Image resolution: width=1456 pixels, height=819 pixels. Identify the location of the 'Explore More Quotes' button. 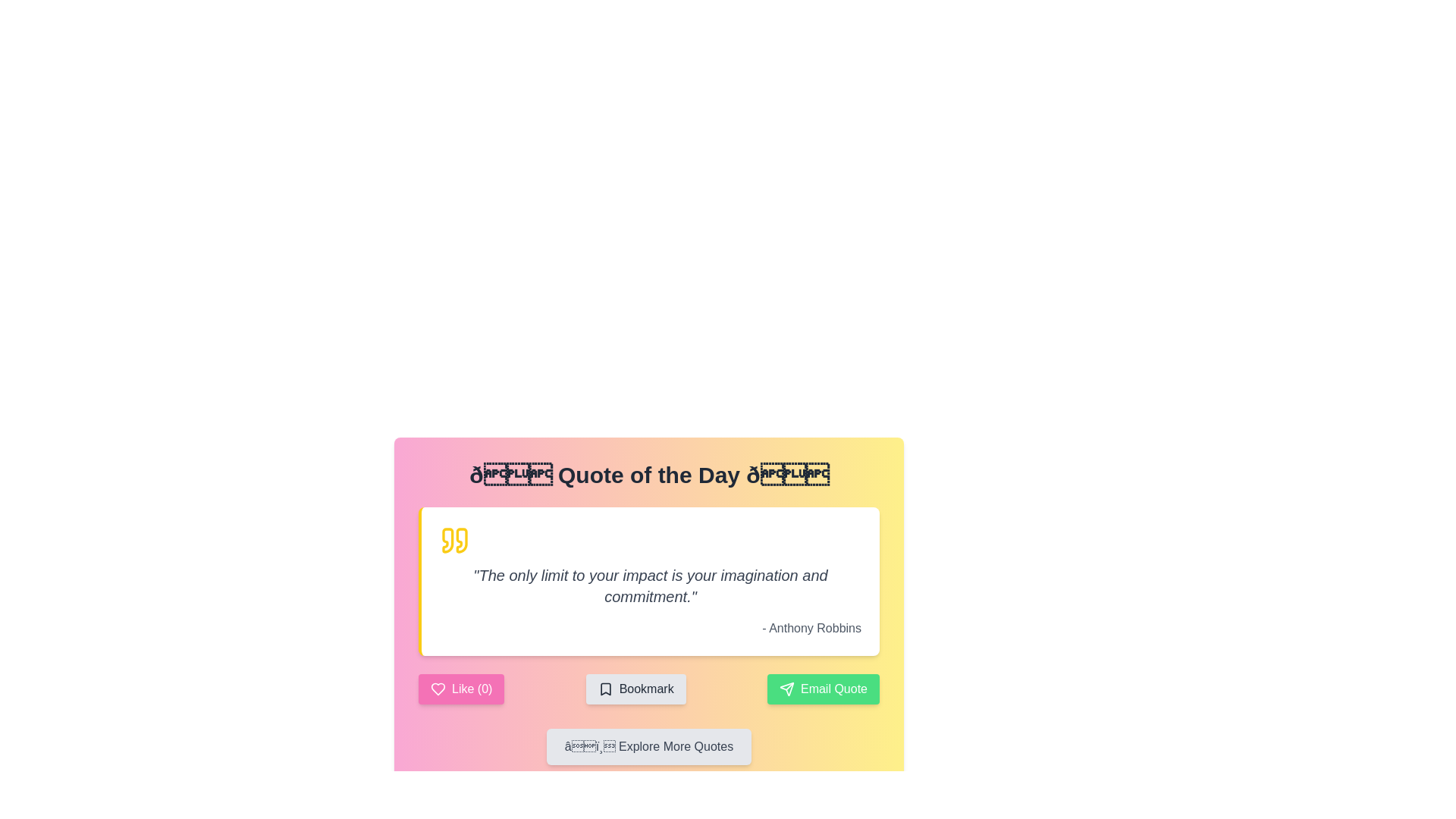
(648, 745).